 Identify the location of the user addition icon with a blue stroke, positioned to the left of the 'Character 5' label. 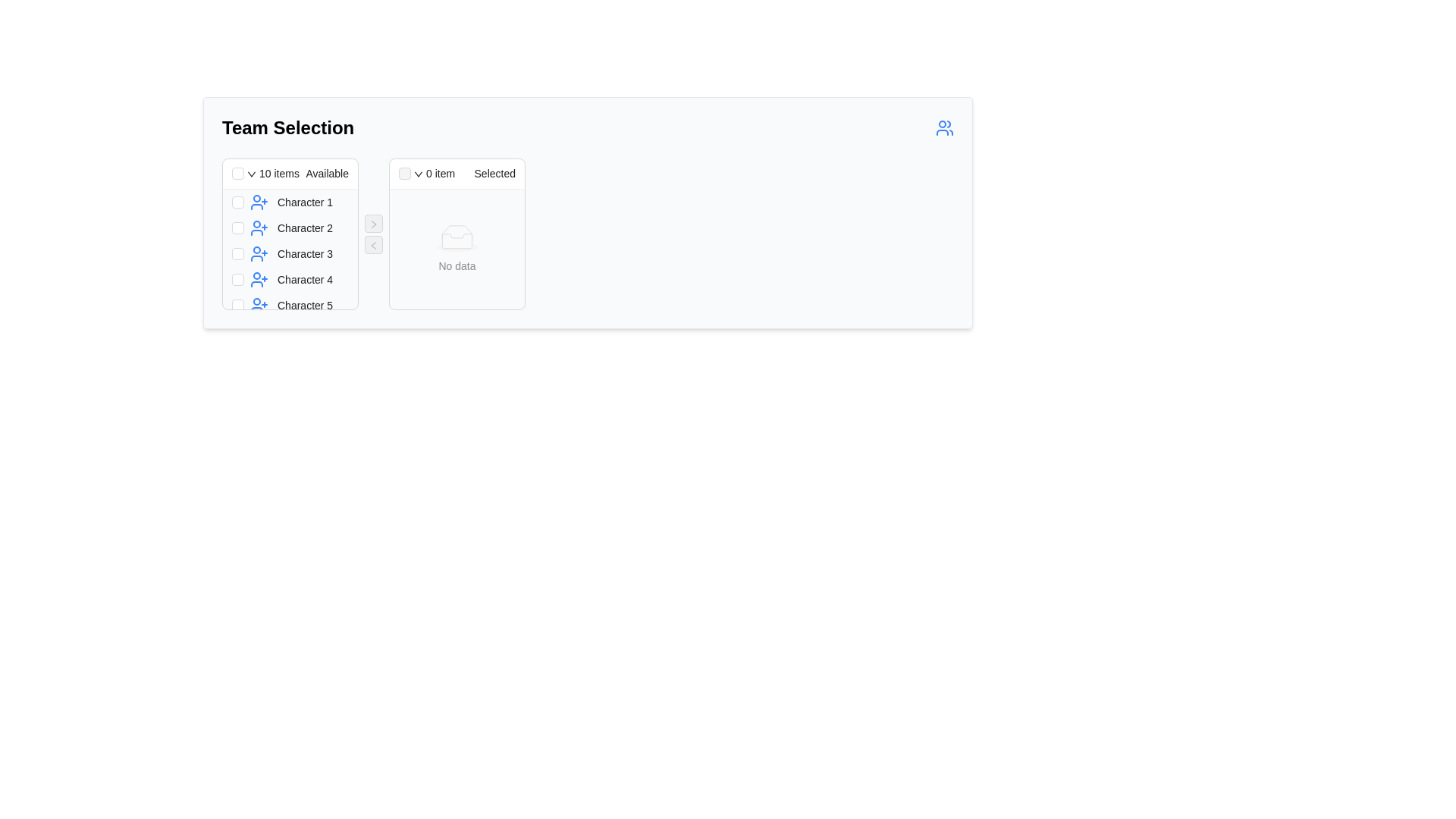
(259, 305).